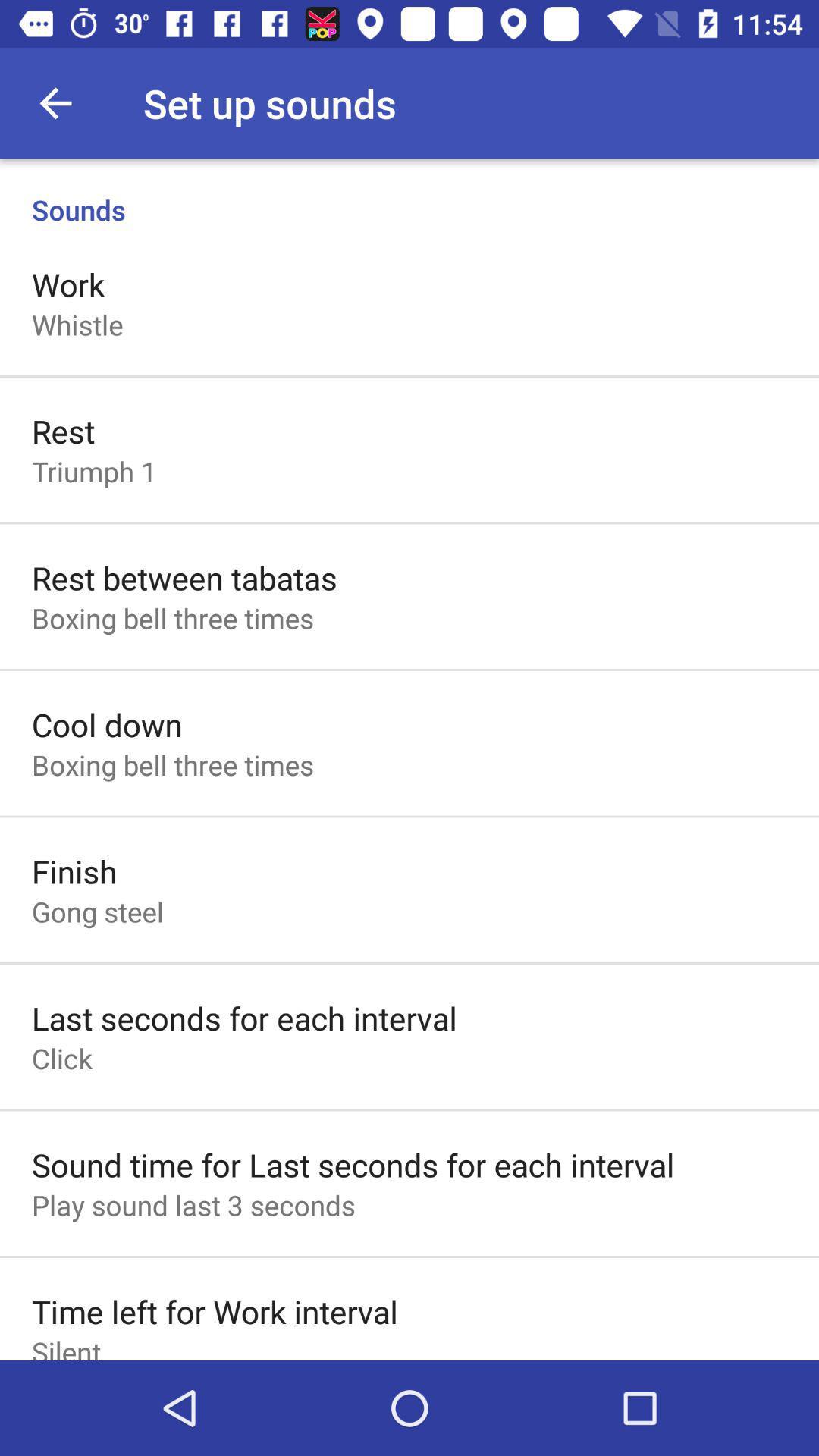  What do you see at coordinates (74, 871) in the screenshot?
I see `item below the boxing bell three icon` at bounding box center [74, 871].